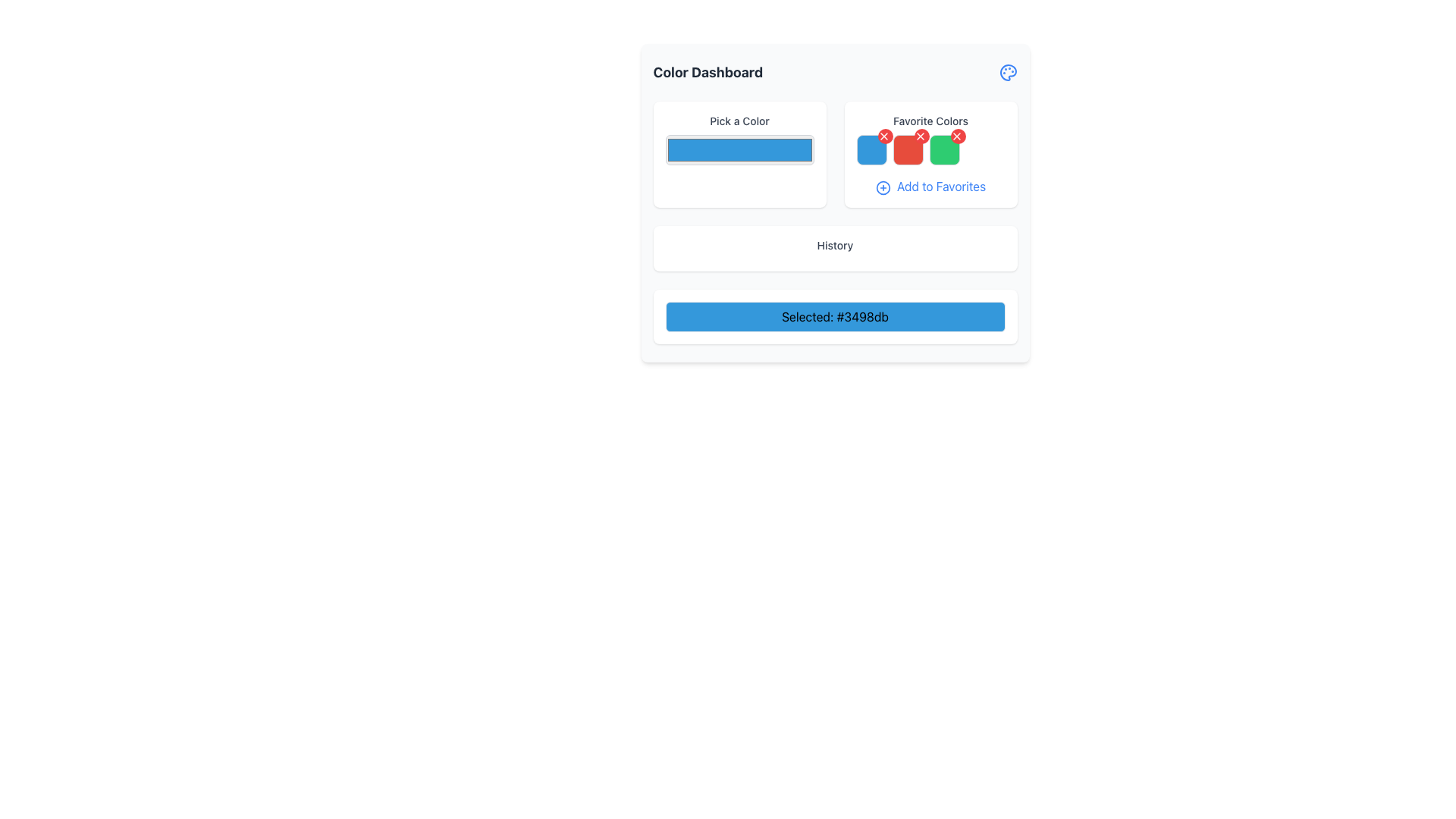 The height and width of the screenshot is (819, 1456). What do you see at coordinates (955, 136) in the screenshot?
I see `the 'X' icon on the Delete button located in the top-right corner of the red square representing a favorite color` at bounding box center [955, 136].